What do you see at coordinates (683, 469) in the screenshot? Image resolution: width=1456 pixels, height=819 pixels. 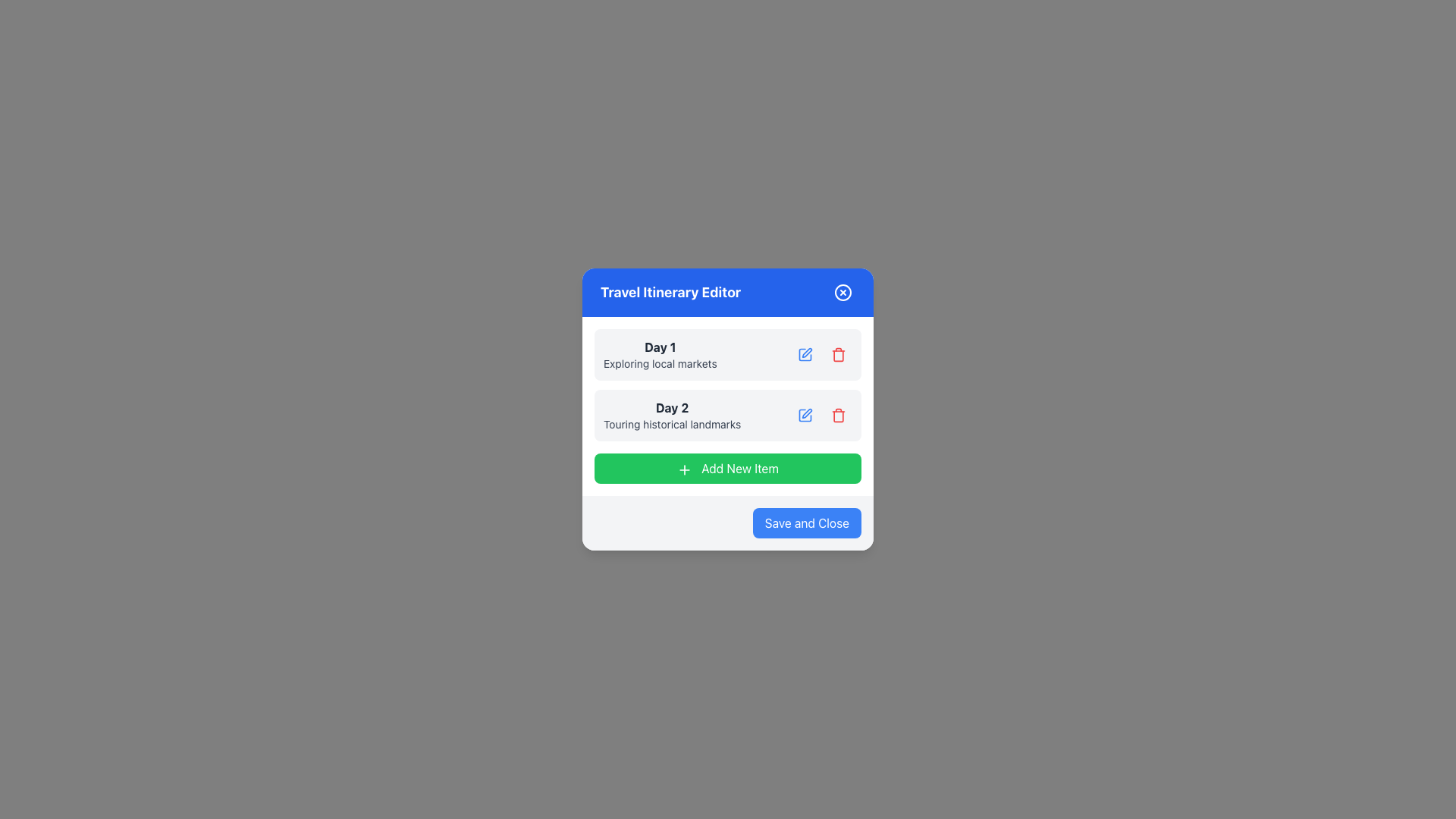 I see `the 'Add New Item' button containing the plus sign icon` at bounding box center [683, 469].